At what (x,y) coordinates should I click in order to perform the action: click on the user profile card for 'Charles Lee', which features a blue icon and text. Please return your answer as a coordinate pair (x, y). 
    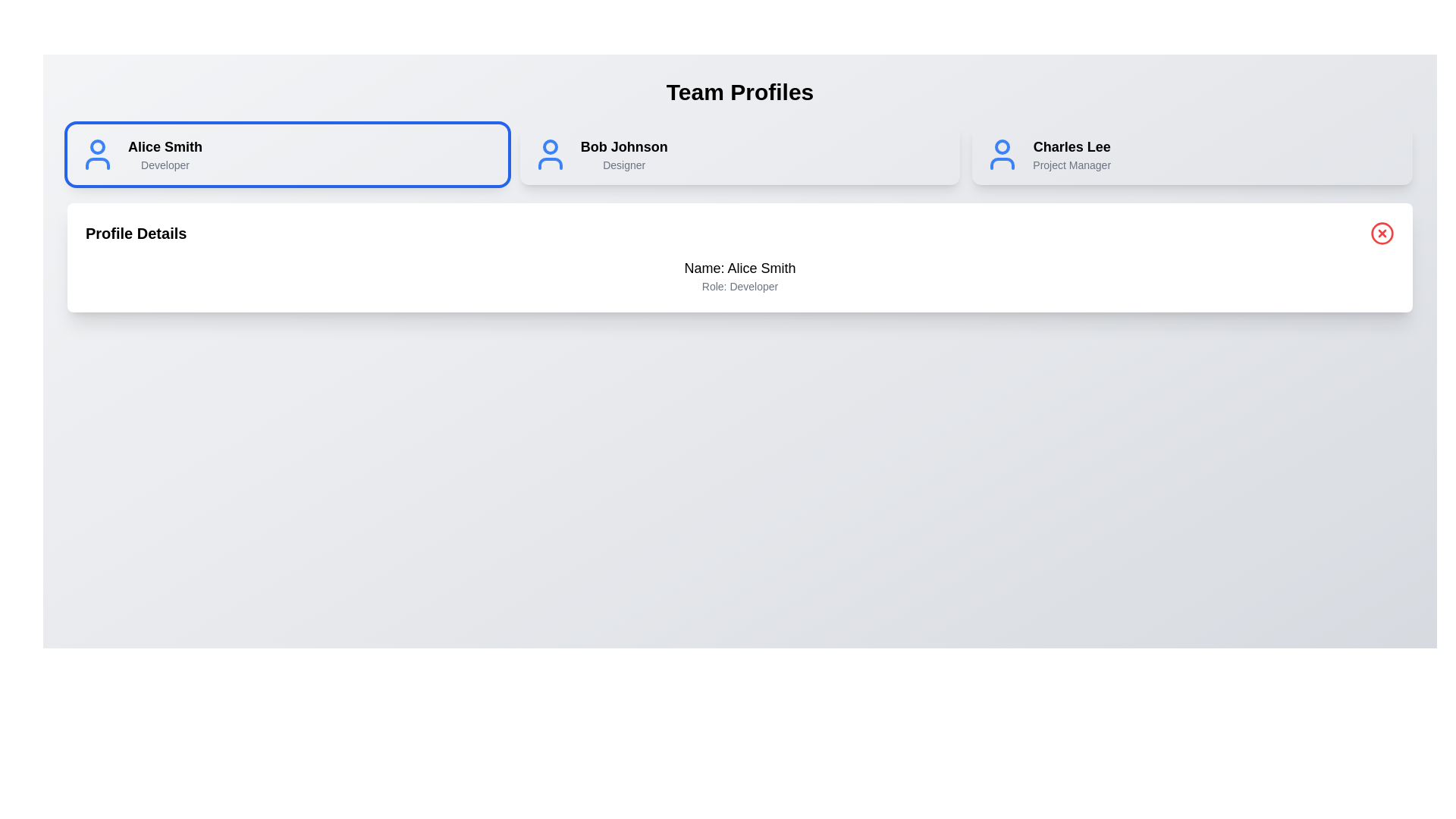
    Looking at the image, I should click on (1191, 155).